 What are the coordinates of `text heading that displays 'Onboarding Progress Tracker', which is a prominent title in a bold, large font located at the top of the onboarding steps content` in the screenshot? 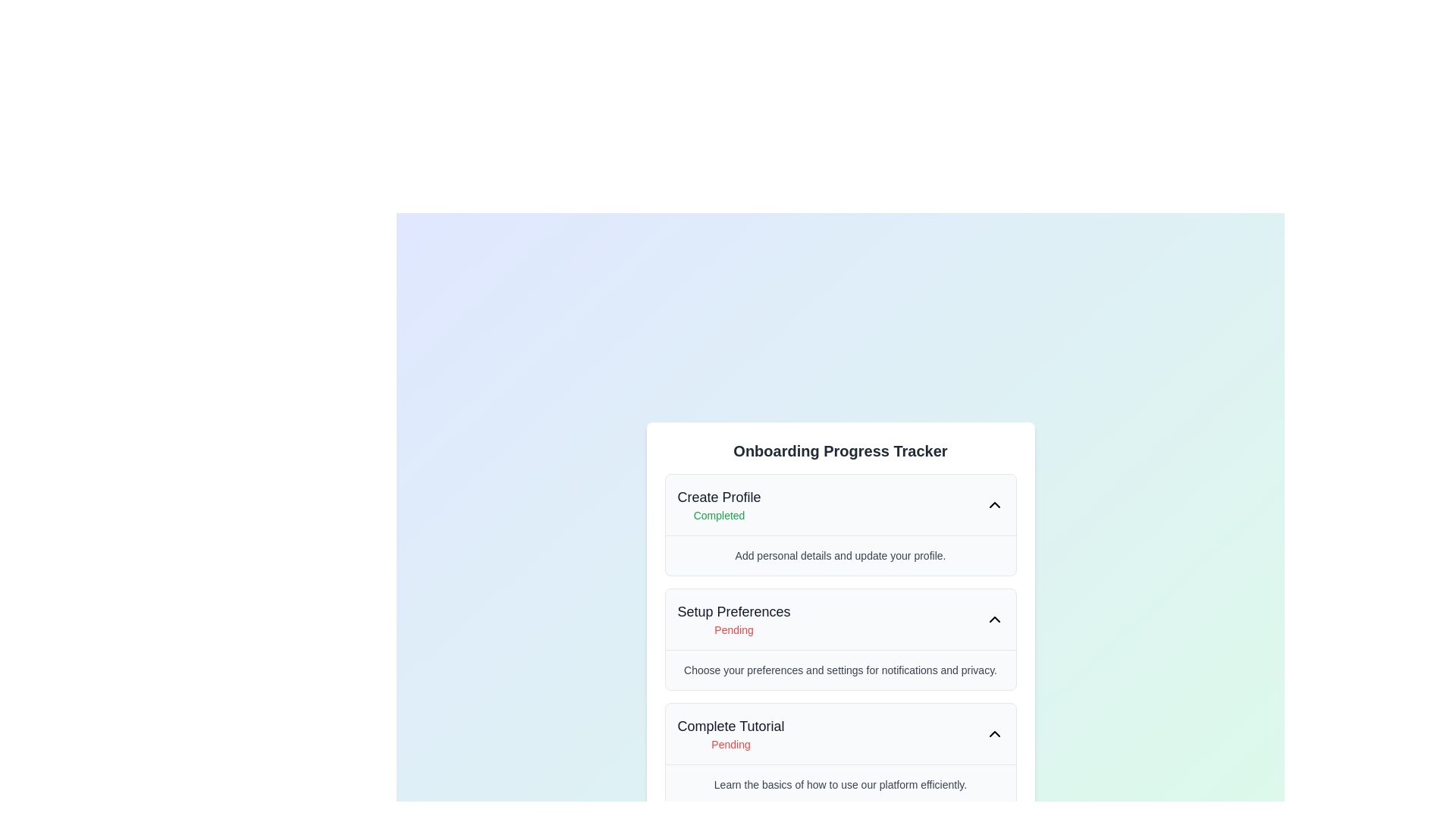 It's located at (839, 450).